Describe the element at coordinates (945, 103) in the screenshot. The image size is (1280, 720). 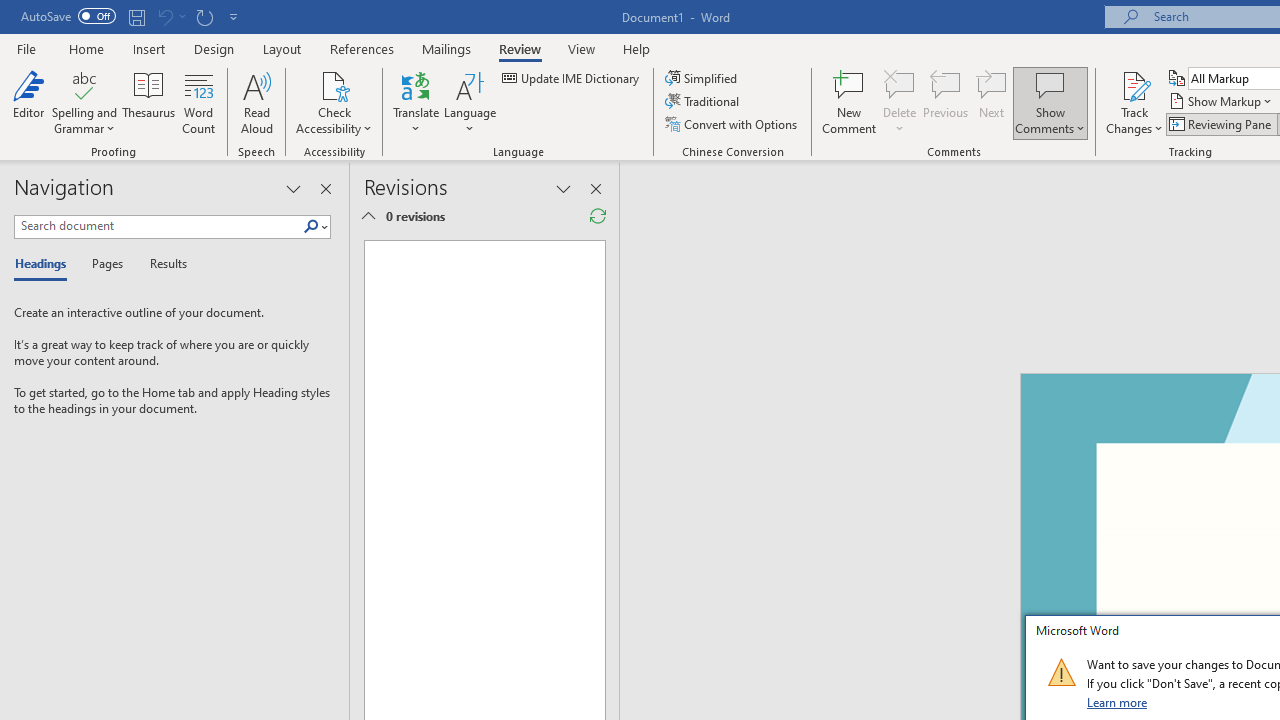
I see `'Previous'` at that location.